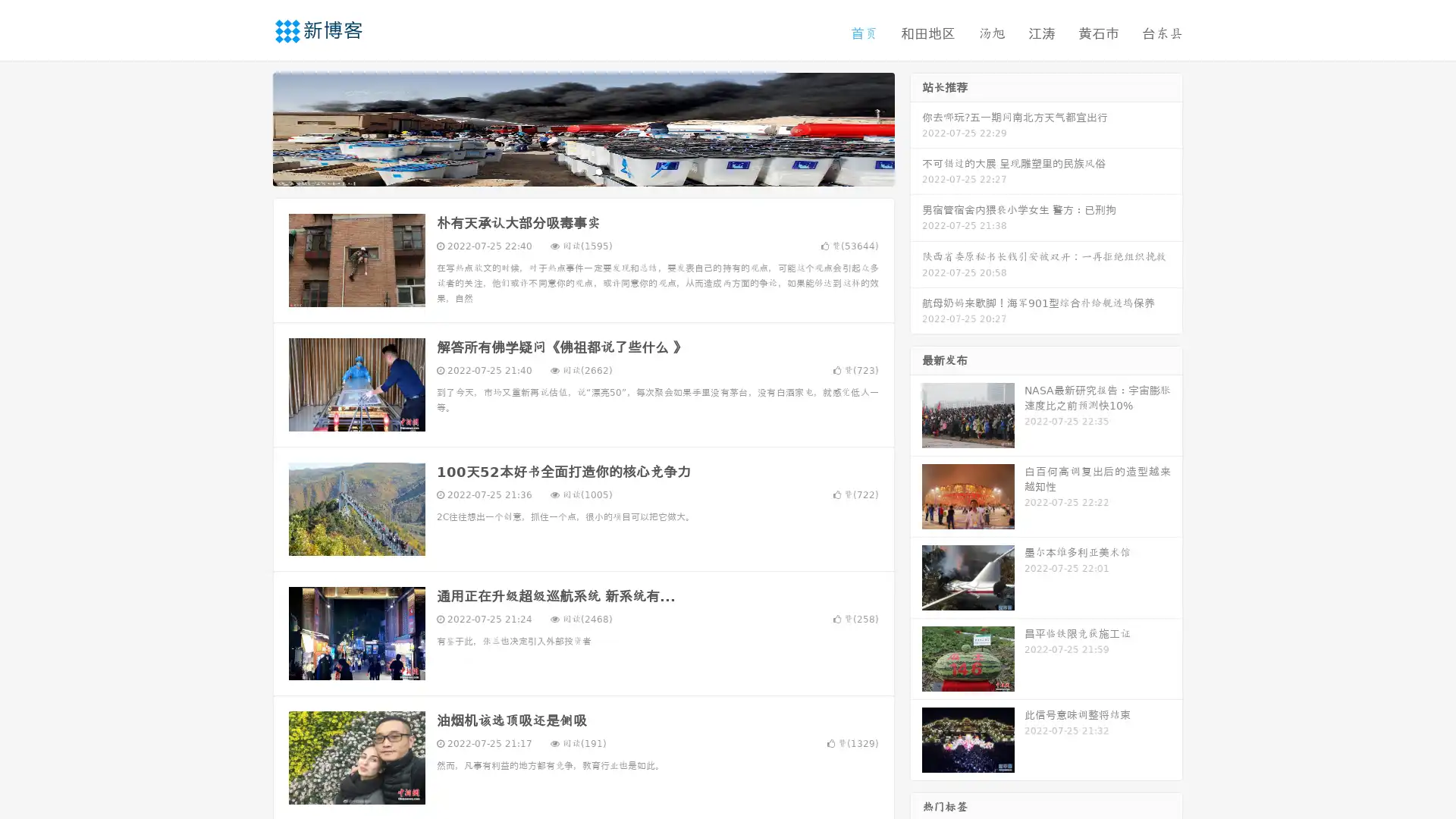 This screenshot has height=819, width=1456. I want to click on Go to slide 1, so click(567, 171).